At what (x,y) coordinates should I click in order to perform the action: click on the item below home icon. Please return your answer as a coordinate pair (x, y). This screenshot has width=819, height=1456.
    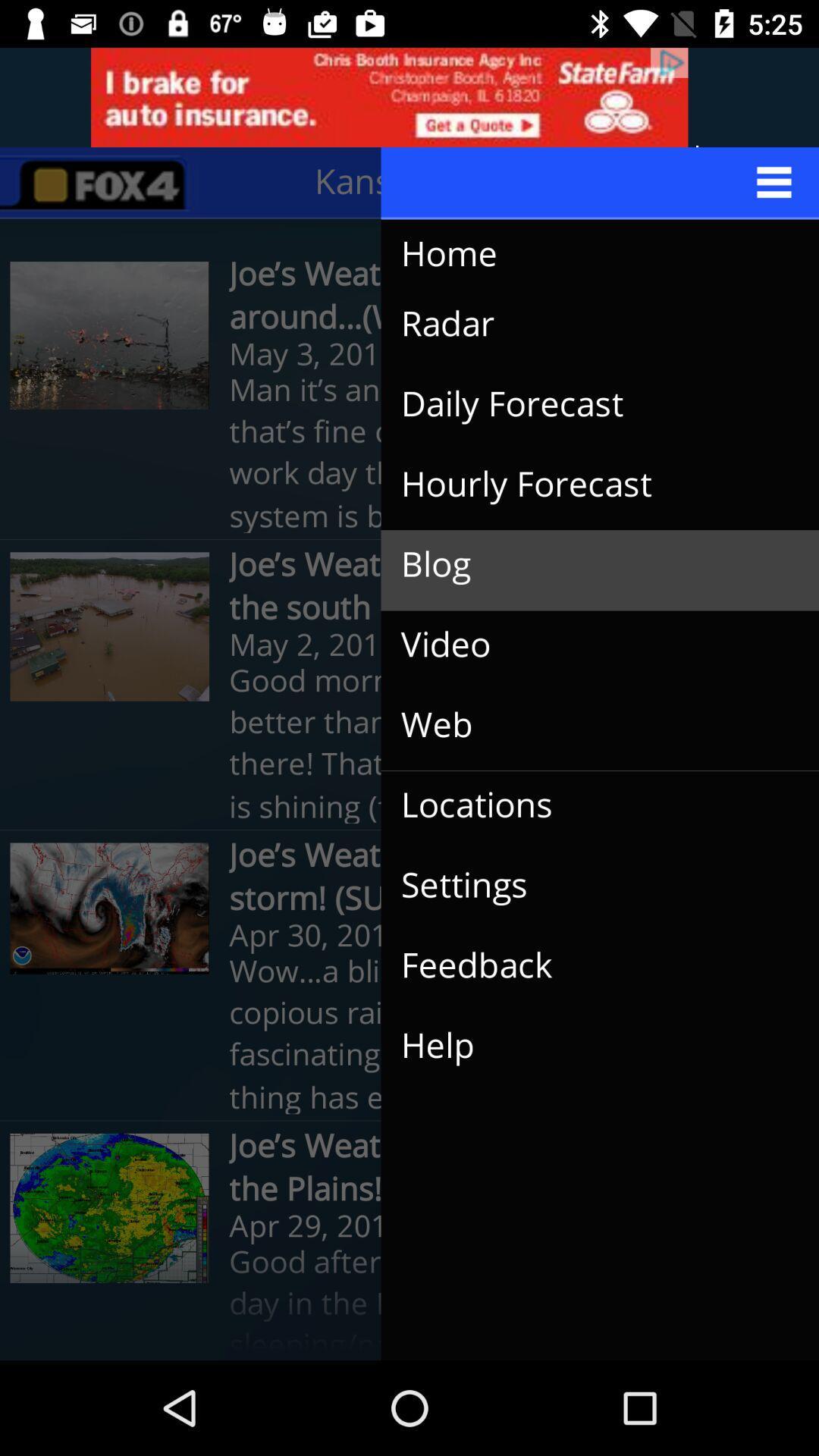
    Looking at the image, I should click on (587, 323).